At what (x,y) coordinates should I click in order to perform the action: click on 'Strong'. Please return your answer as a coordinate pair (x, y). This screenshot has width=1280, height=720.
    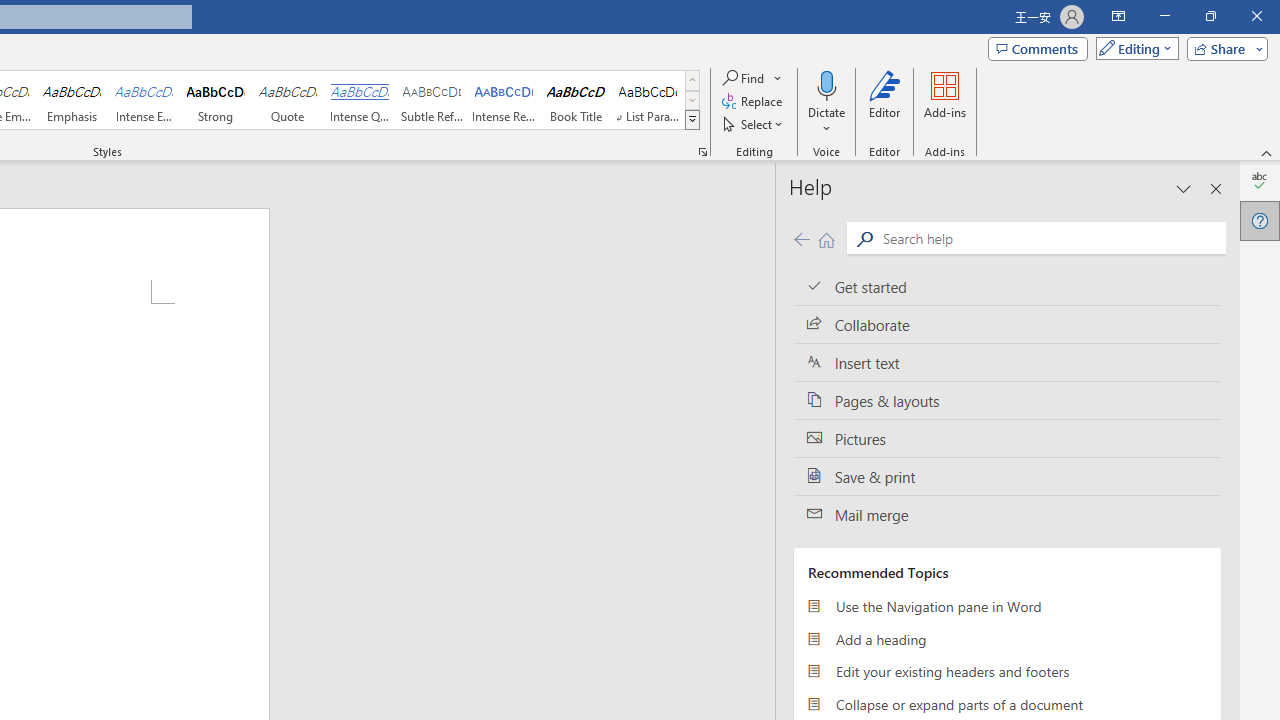
    Looking at the image, I should click on (216, 100).